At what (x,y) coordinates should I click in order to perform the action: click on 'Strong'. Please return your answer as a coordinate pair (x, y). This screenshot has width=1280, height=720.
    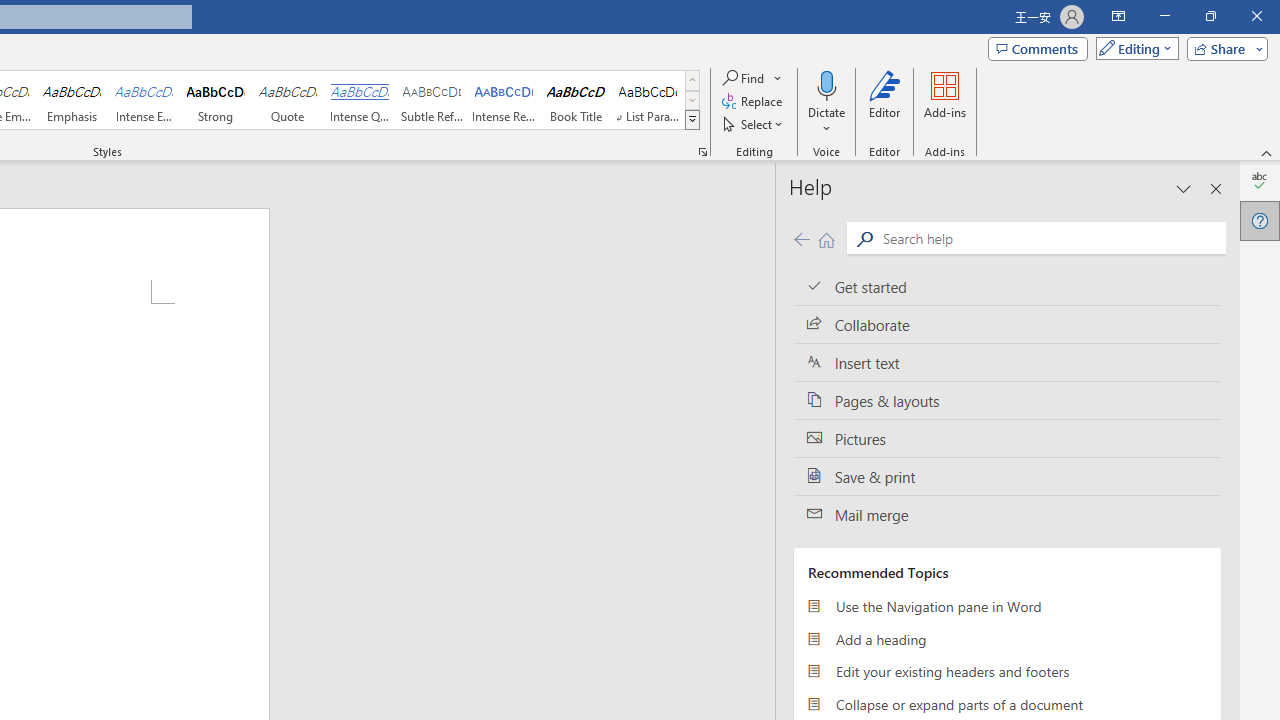
    Looking at the image, I should click on (216, 100).